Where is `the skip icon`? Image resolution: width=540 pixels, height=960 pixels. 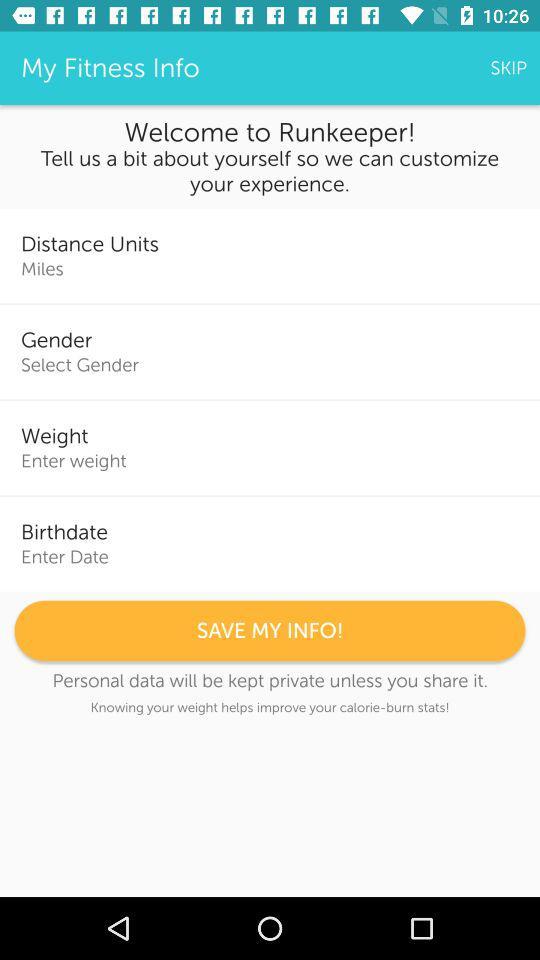
the skip icon is located at coordinates (508, 68).